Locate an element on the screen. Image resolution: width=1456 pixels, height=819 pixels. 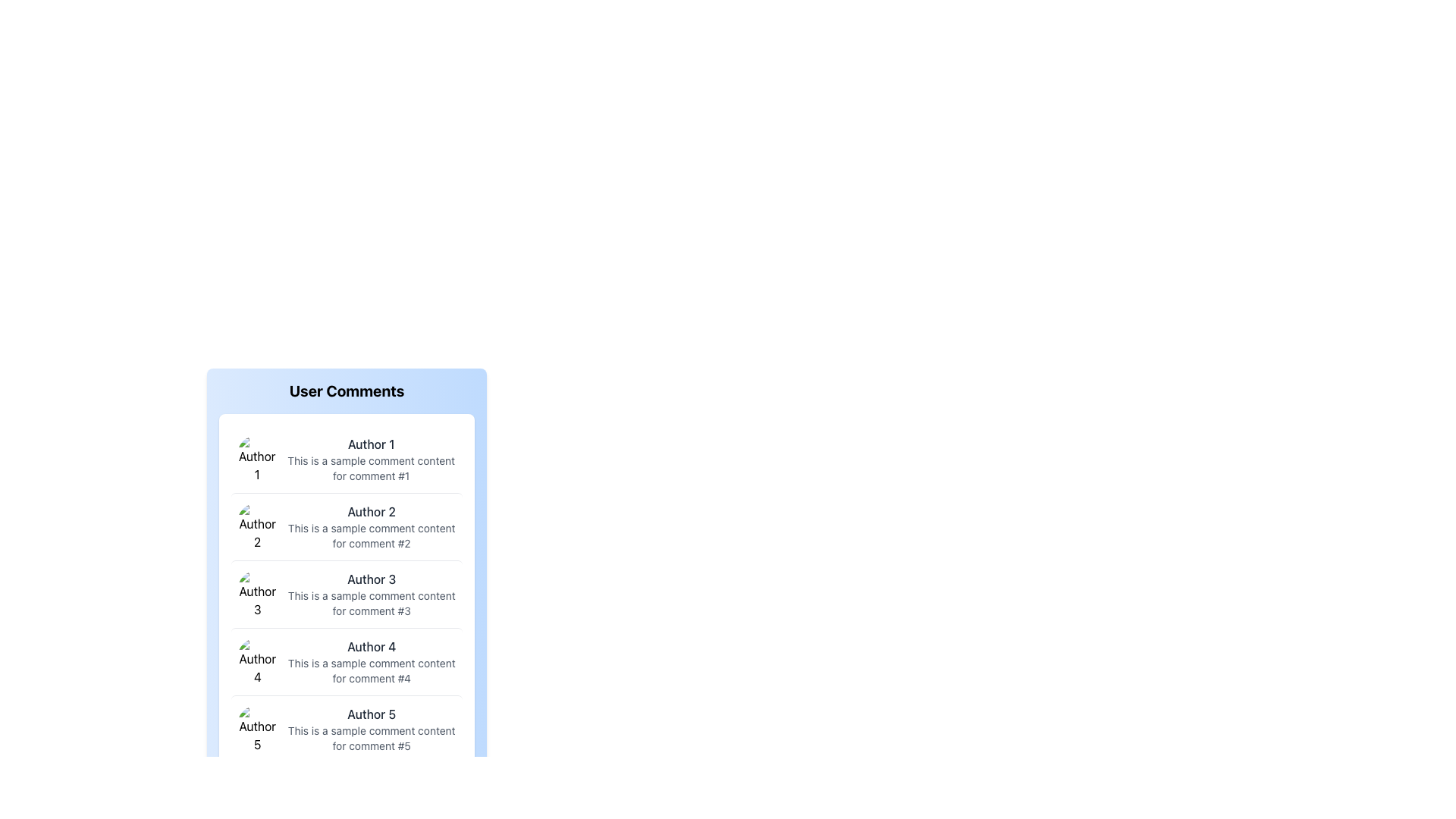
the comment entry by 'Author 2' displaying 'This is a sample comment content for comment #2', which is the second item in the comment list is located at coordinates (372, 526).